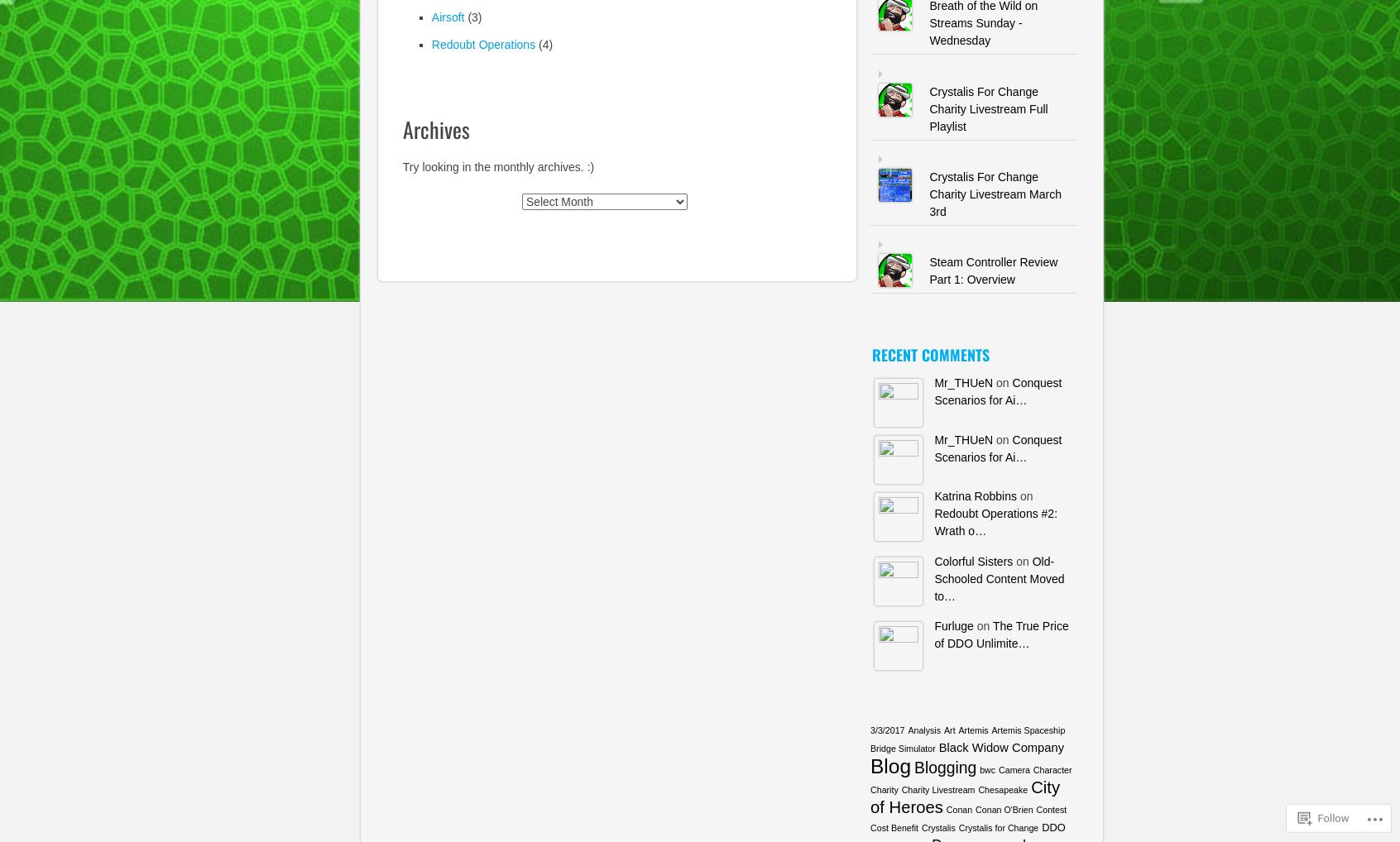 This screenshot has width=1400, height=842. What do you see at coordinates (435, 128) in the screenshot?
I see `'Archives'` at bounding box center [435, 128].